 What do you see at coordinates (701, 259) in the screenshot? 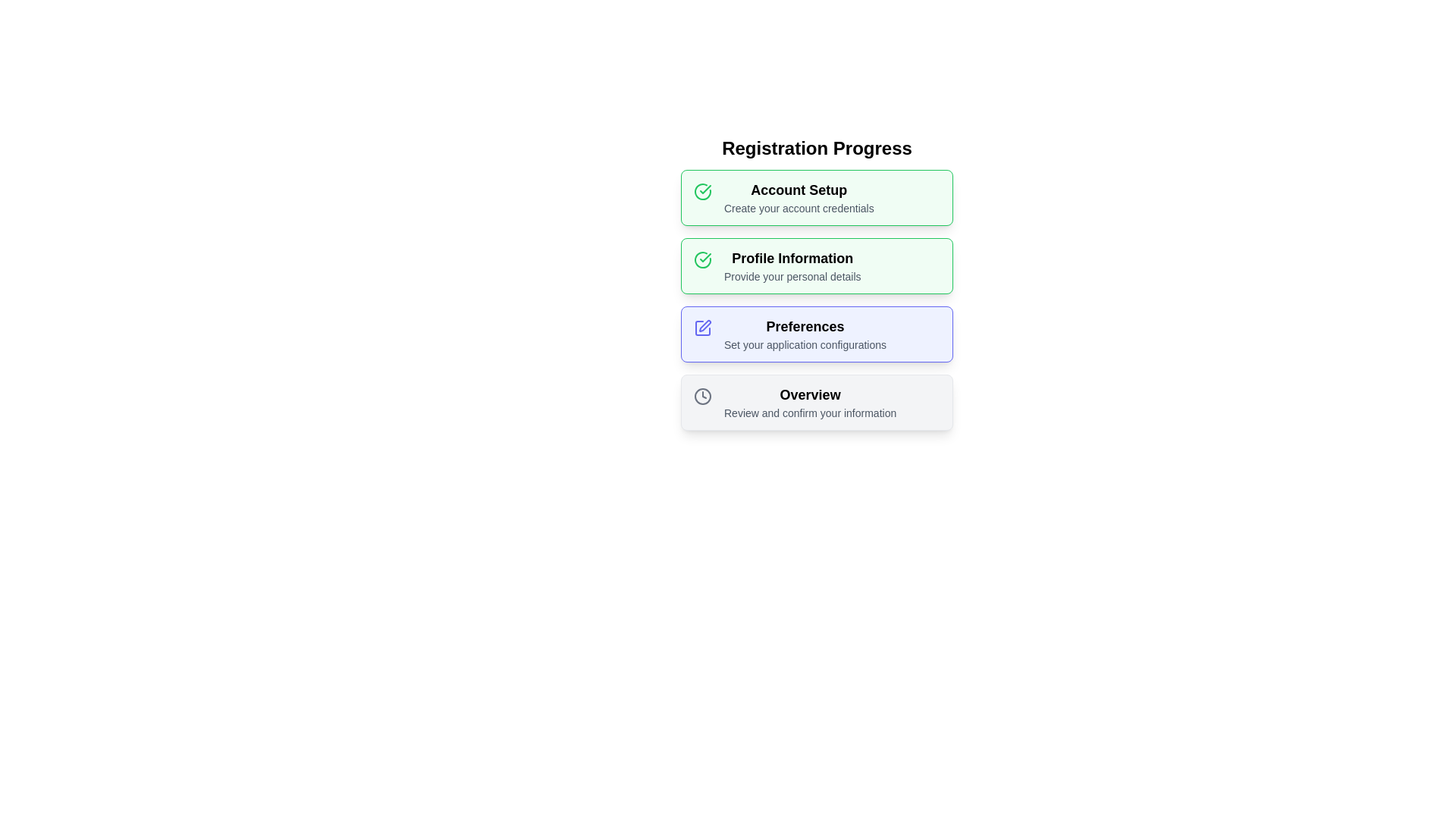
I see `the green circular icon with a checkmark symbol inside, indicating progress completion, located in the left section of the 'Profile Information' item within the 'Registration Progress' interface` at bounding box center [701, 259].